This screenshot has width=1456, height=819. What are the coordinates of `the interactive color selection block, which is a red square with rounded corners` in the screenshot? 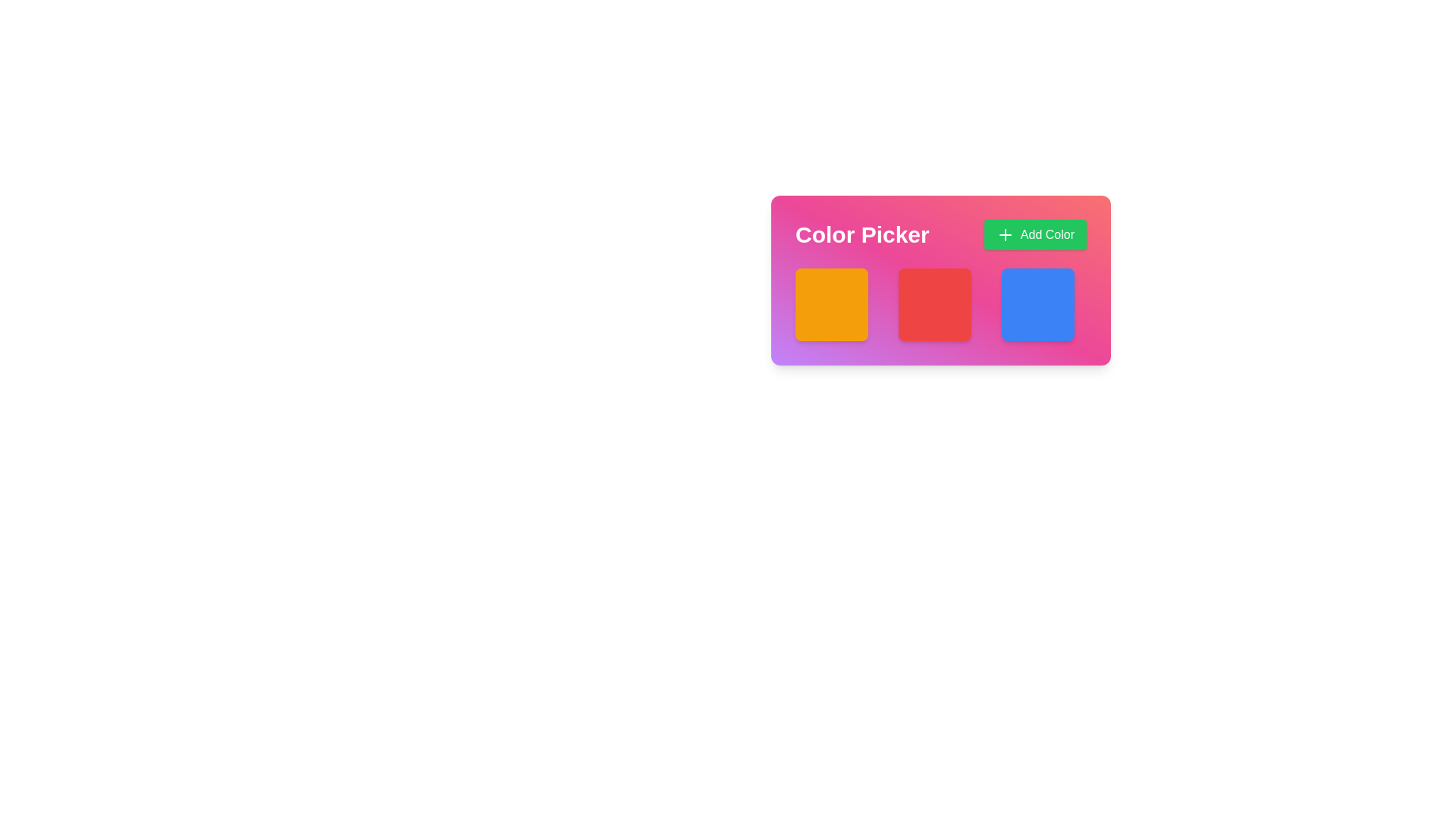 It's located at (940, 304).